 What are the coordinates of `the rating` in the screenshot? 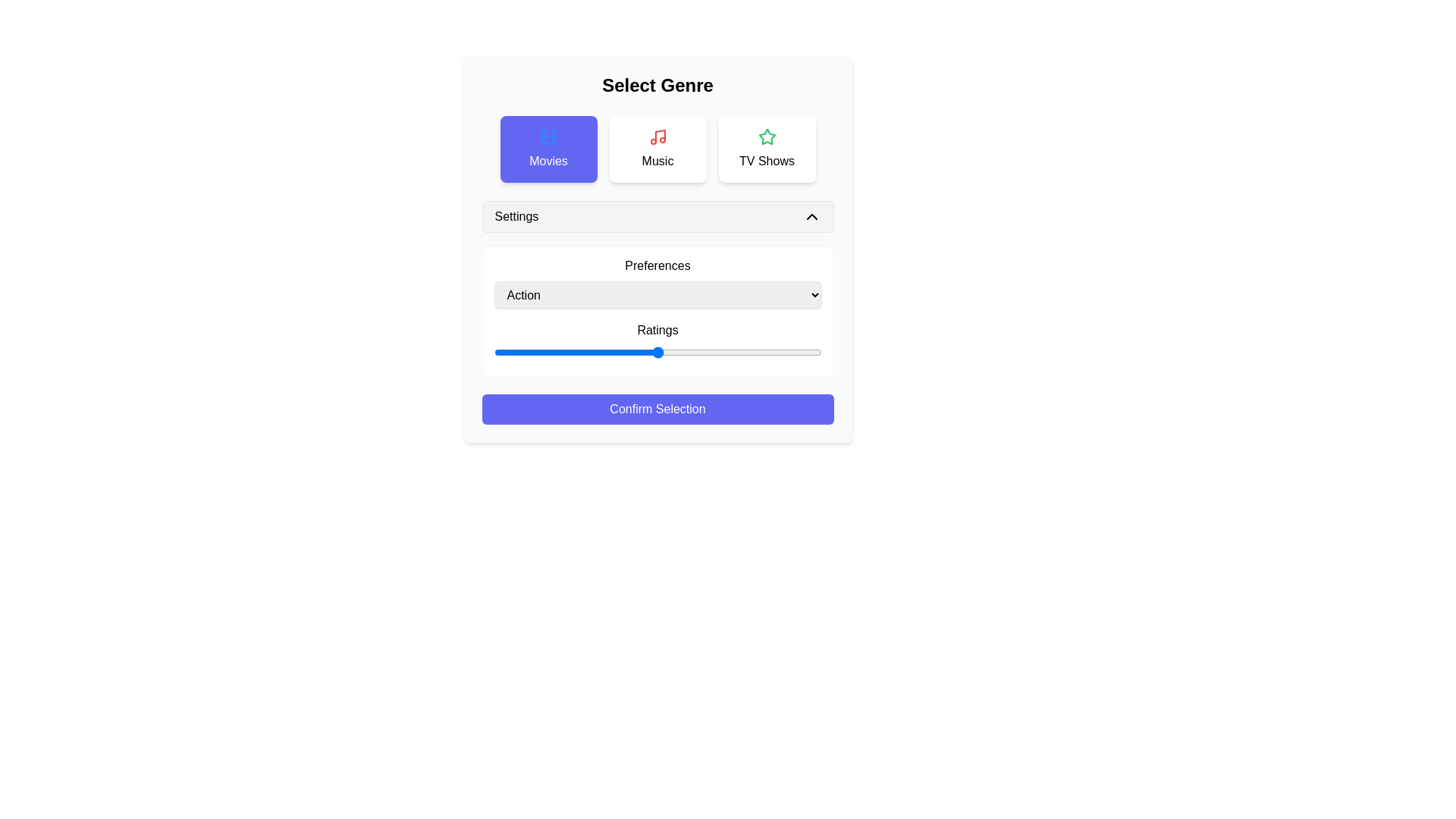 It's located at (539, 353).